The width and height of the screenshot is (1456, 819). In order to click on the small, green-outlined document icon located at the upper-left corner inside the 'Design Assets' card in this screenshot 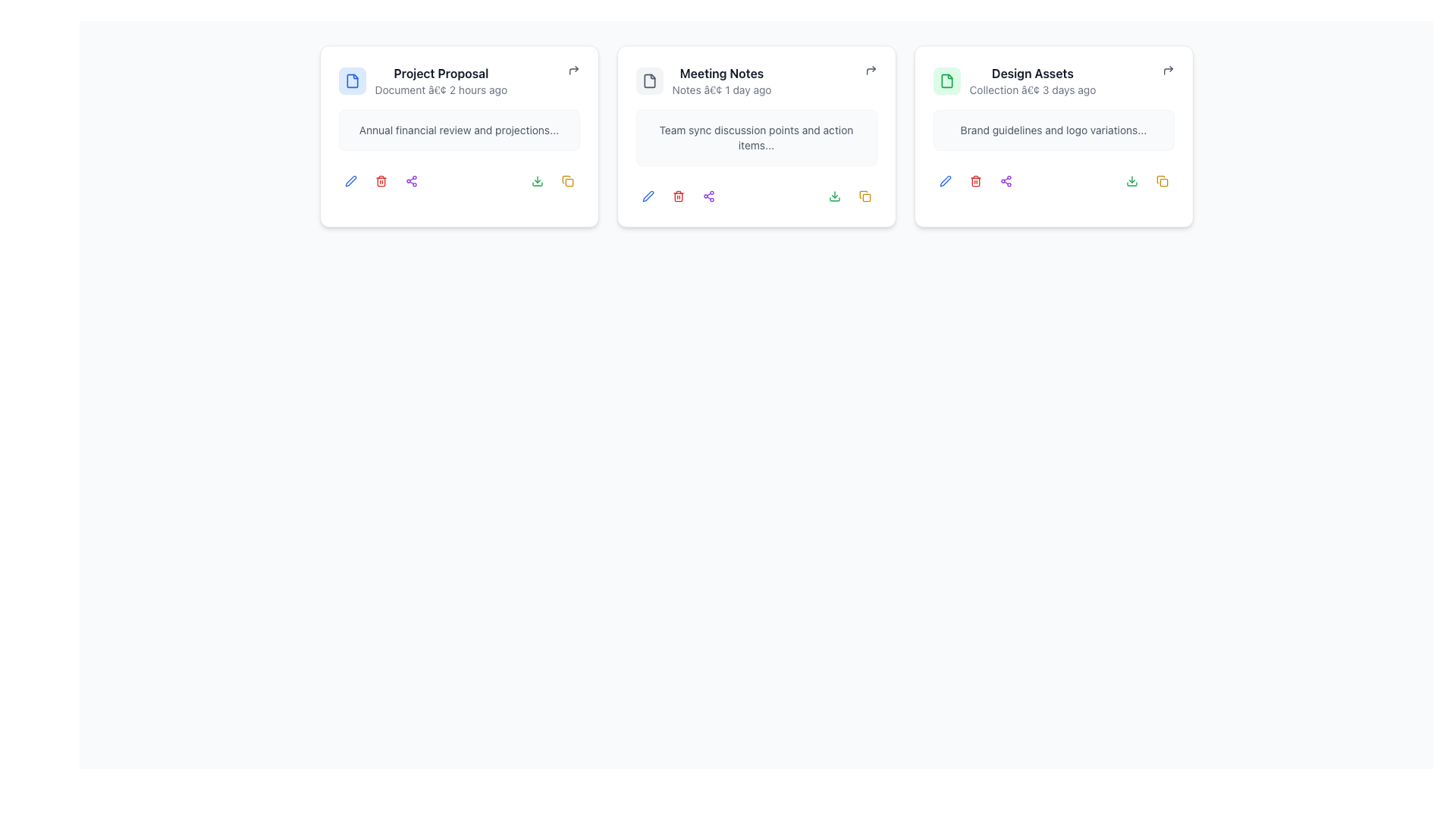, I will do `click(946, 81)`.